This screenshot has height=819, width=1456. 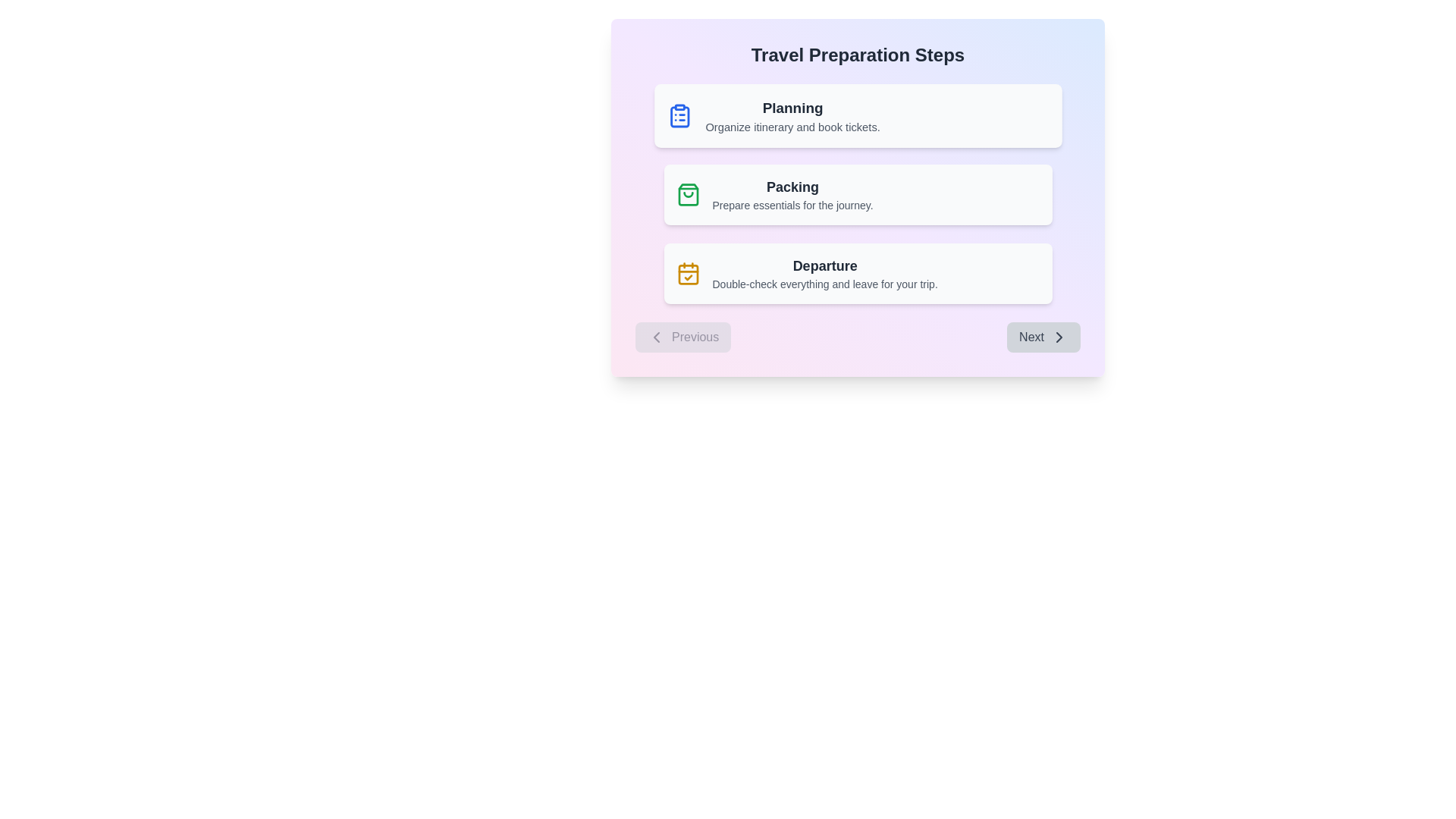 What do you see at coordinates (687, 275) in the screenshot?
I see `the central part of the SVG graphic representing the calendar icon, which is positioned above the checkmark and is associated with the 'Departure' label in the travel steps` at bounding box center [687, 275].